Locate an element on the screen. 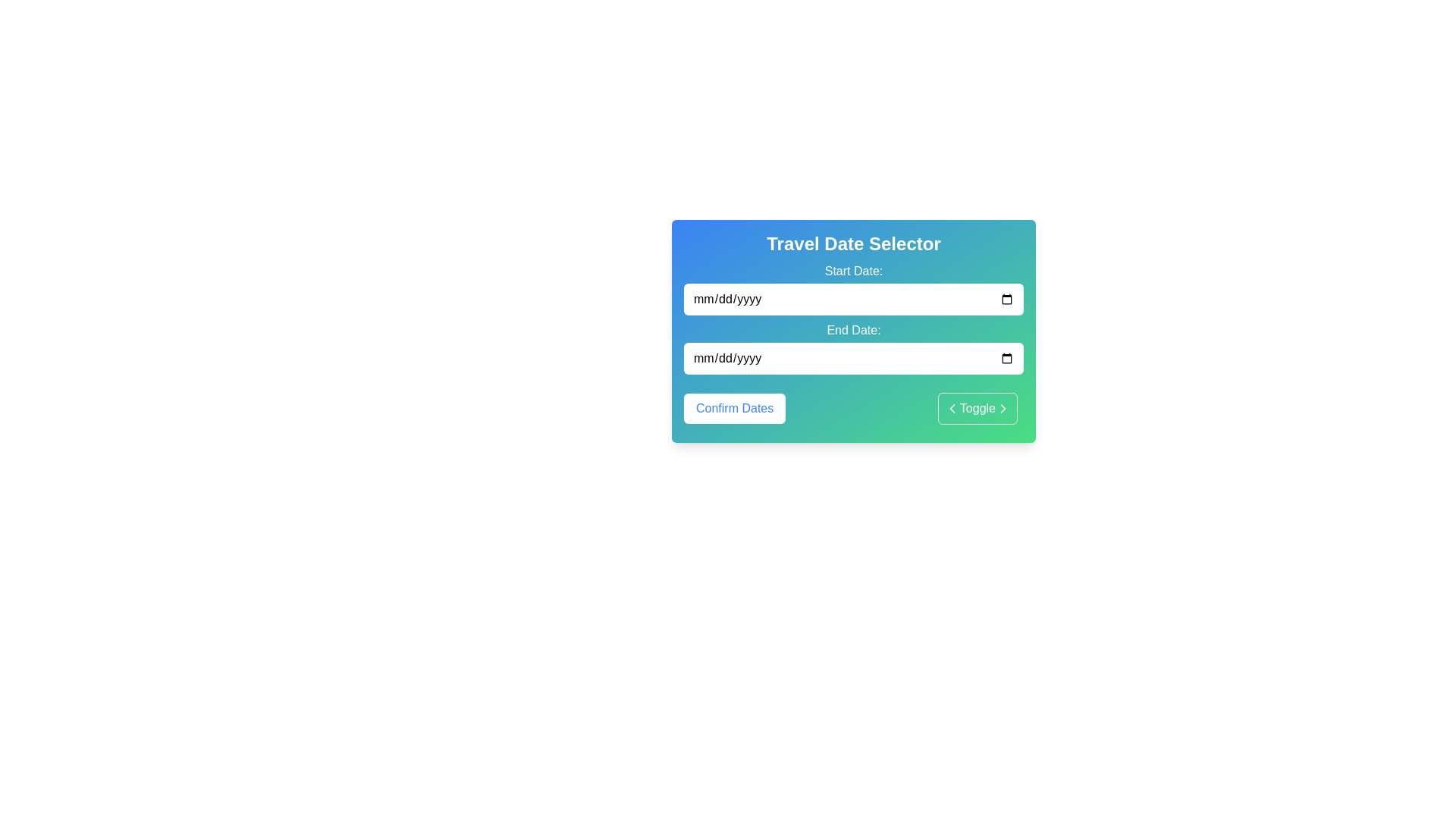 The image size is (1456, 819). the right-pointing chevron-shaped icon adjacent to the 'Toggle' label within the green button at the bottom-right corner of the travel date selector form card is located at coordinates (1003, 408).